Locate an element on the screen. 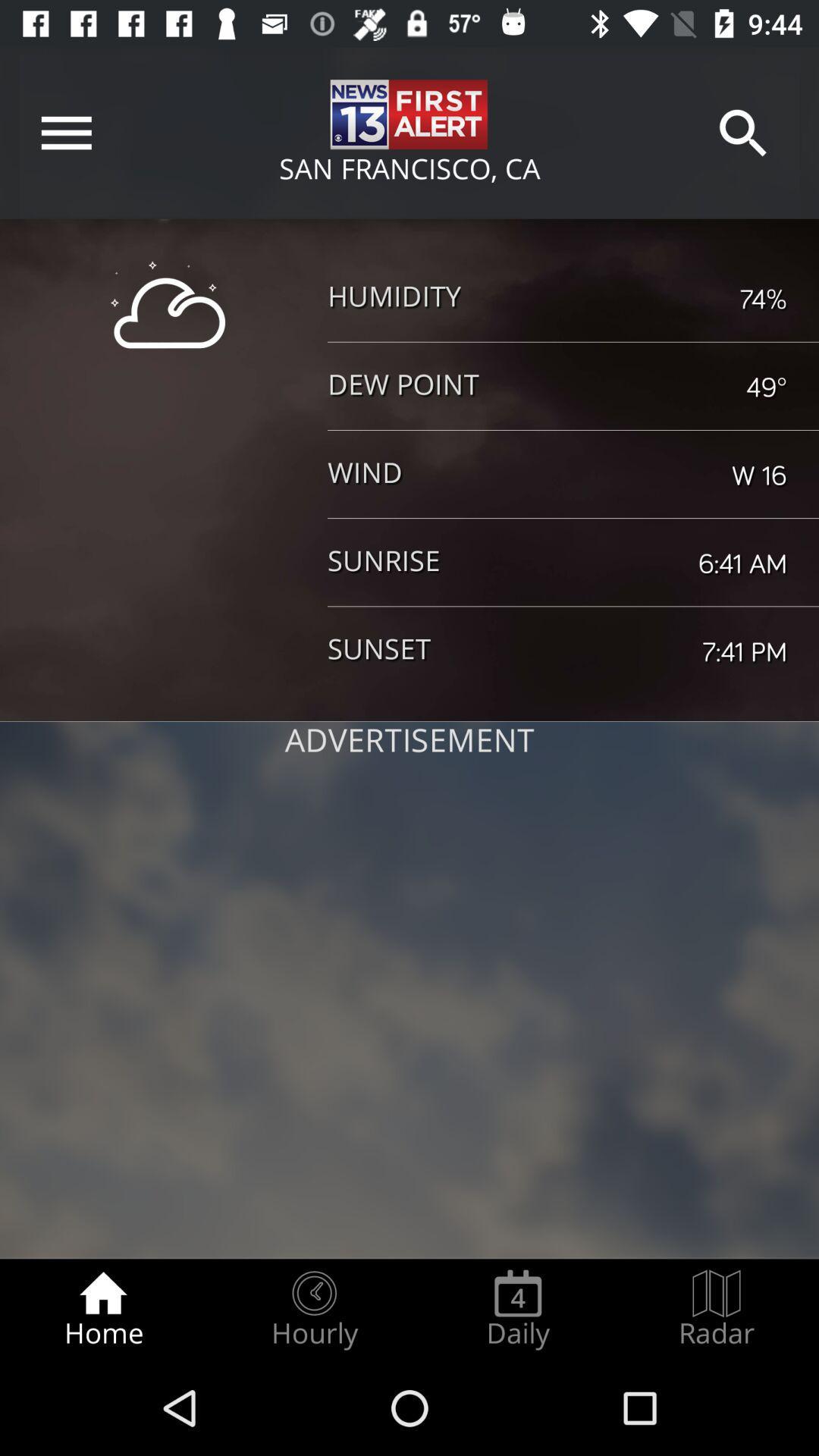  the radar is located at coordinates (717, 1309).